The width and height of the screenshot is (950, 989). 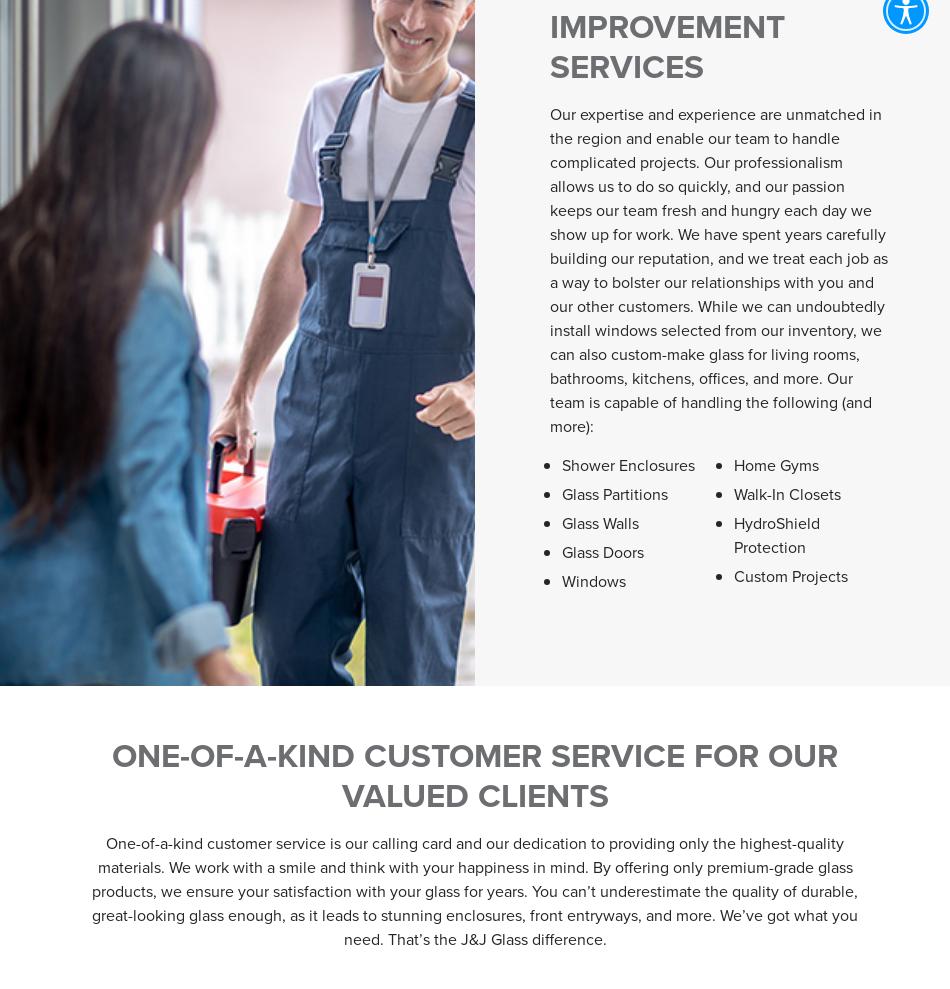 What do you see at coordinates (775, 463) in the screenshot?
I see `'Home Gyms'` at bounding box center [775, 463].